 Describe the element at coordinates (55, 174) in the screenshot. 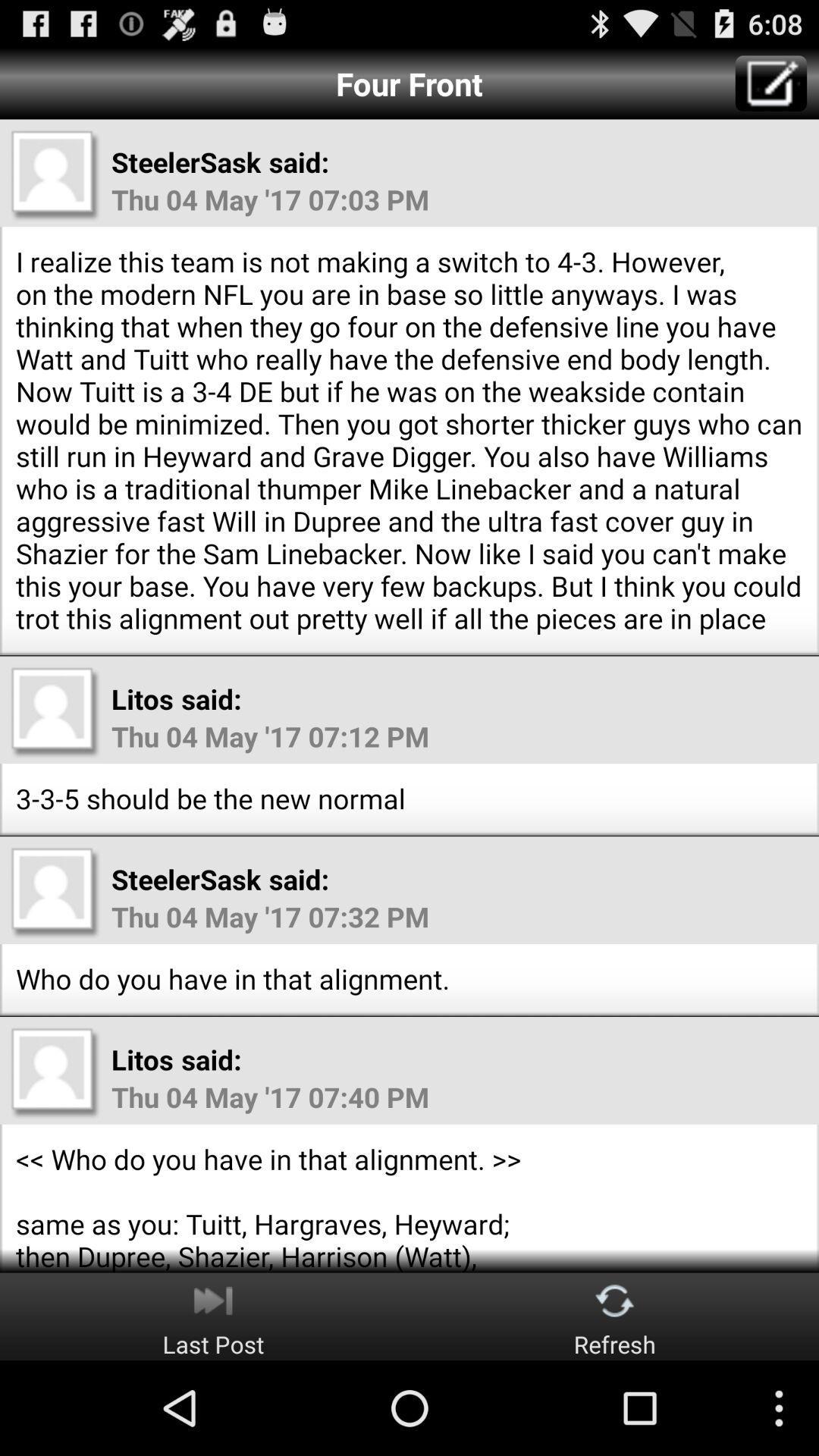

I see `avatar` at that location.